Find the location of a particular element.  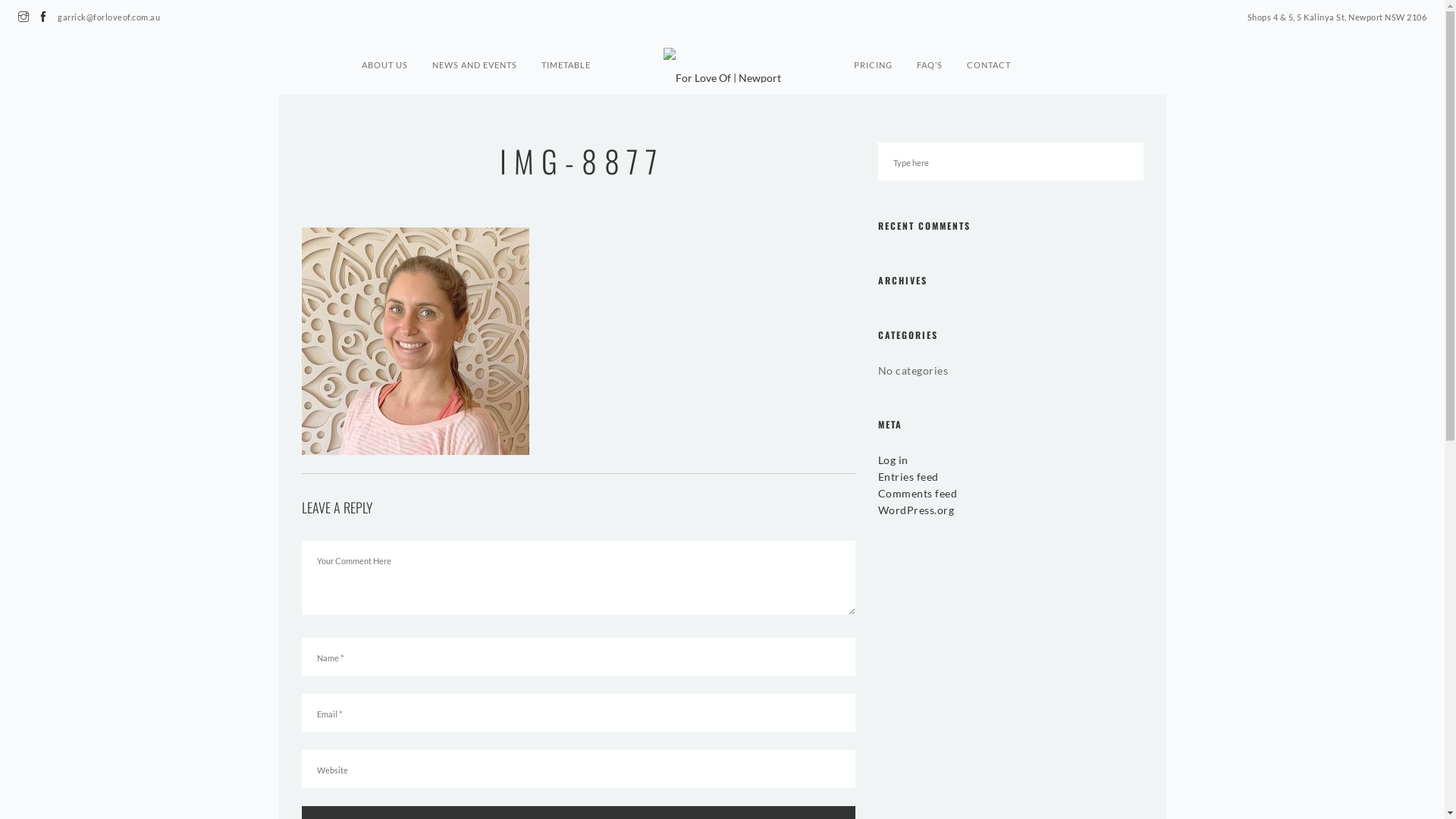

'PRICING' is located at coordinates (873, 57).